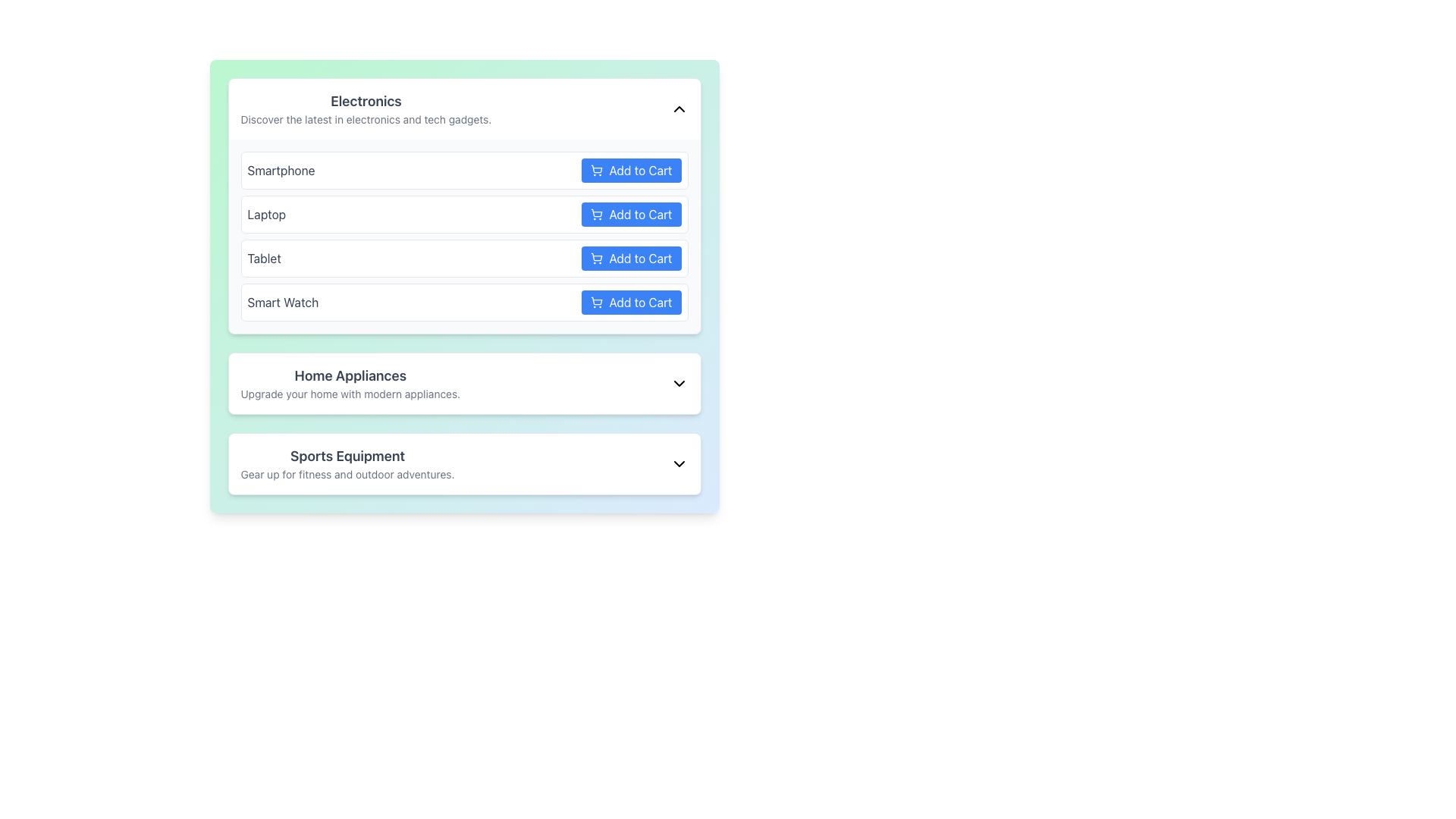 This screenshot has height=819, width=1456. What do you see at coordinates (463, 302) in the screenshot?
I see `product name 'Smart Watch' from the fourth item in the Electronics category, which features a blue 'Add to Cart' button` at bounding box center [463, 302].